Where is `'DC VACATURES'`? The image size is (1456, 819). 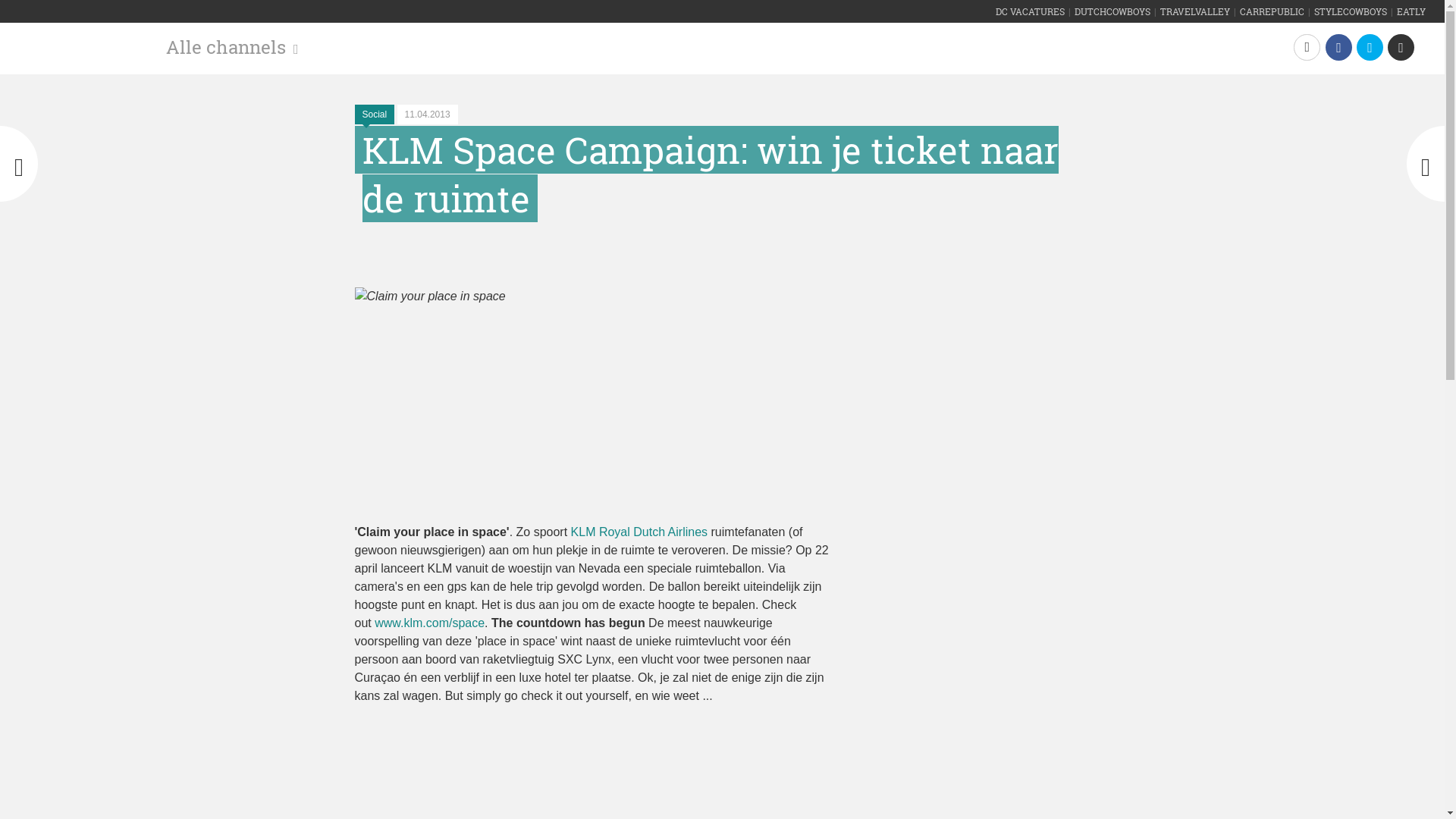 'DC VACATURES' is located at coordinates (1030, 11).